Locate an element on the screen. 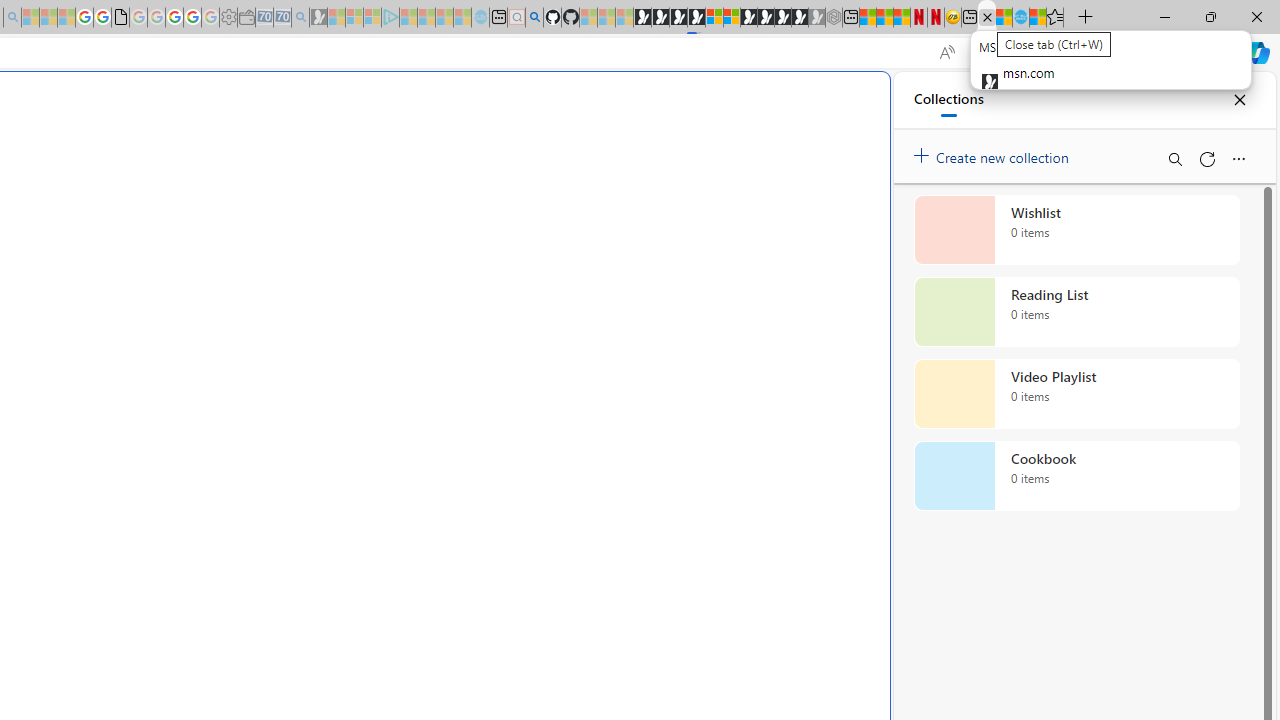 The width and height of the screenshot is (1280, 720). 'Create new collection' is located at coordinates (995, 152).